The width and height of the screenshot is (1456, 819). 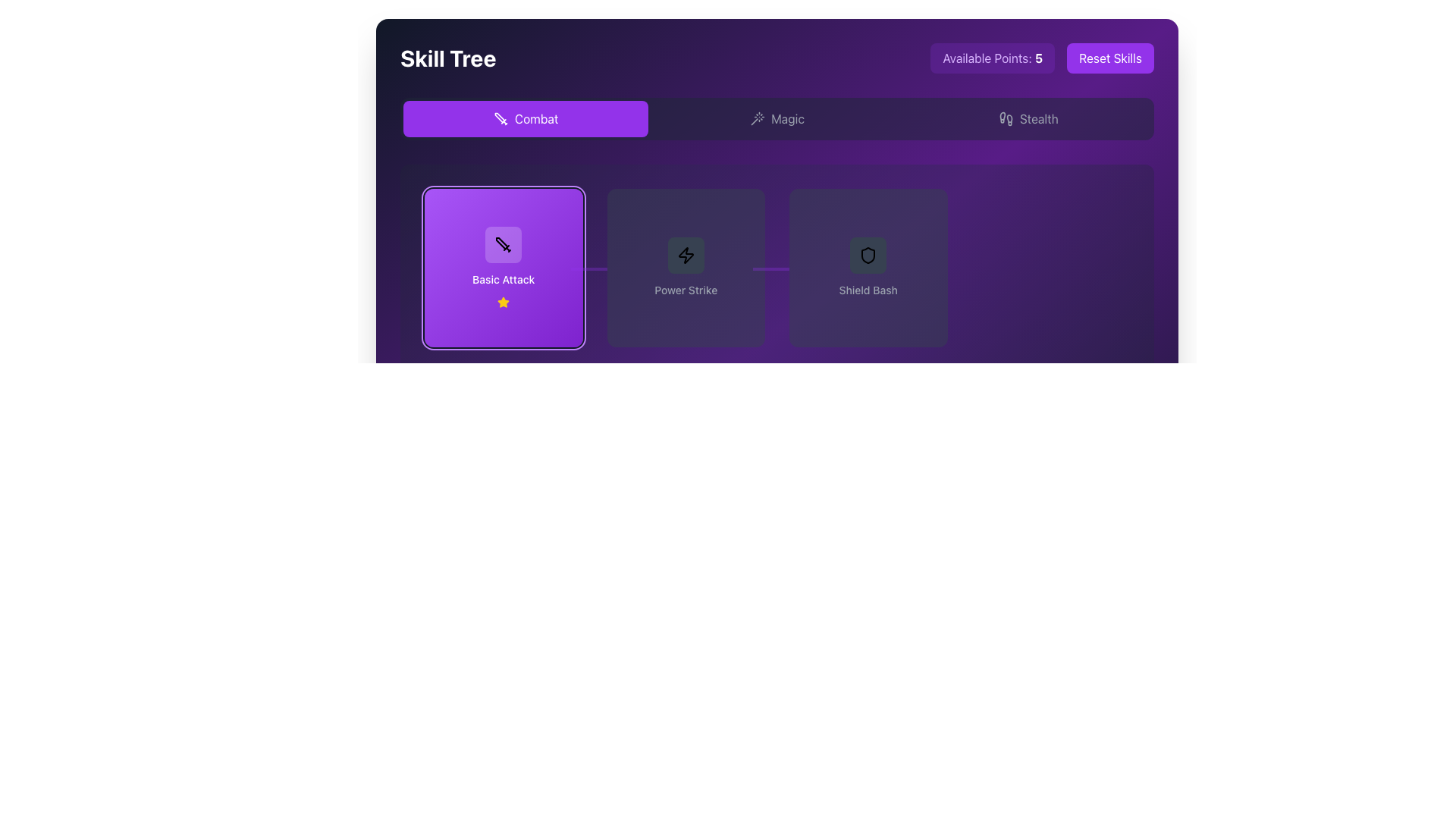 I want to click on the 'Magic' text label element, which displays in white on a dark purple background, located in the horizontal navigation bar between 'Combat' and 'Stealth', so click(x=787, y=118).